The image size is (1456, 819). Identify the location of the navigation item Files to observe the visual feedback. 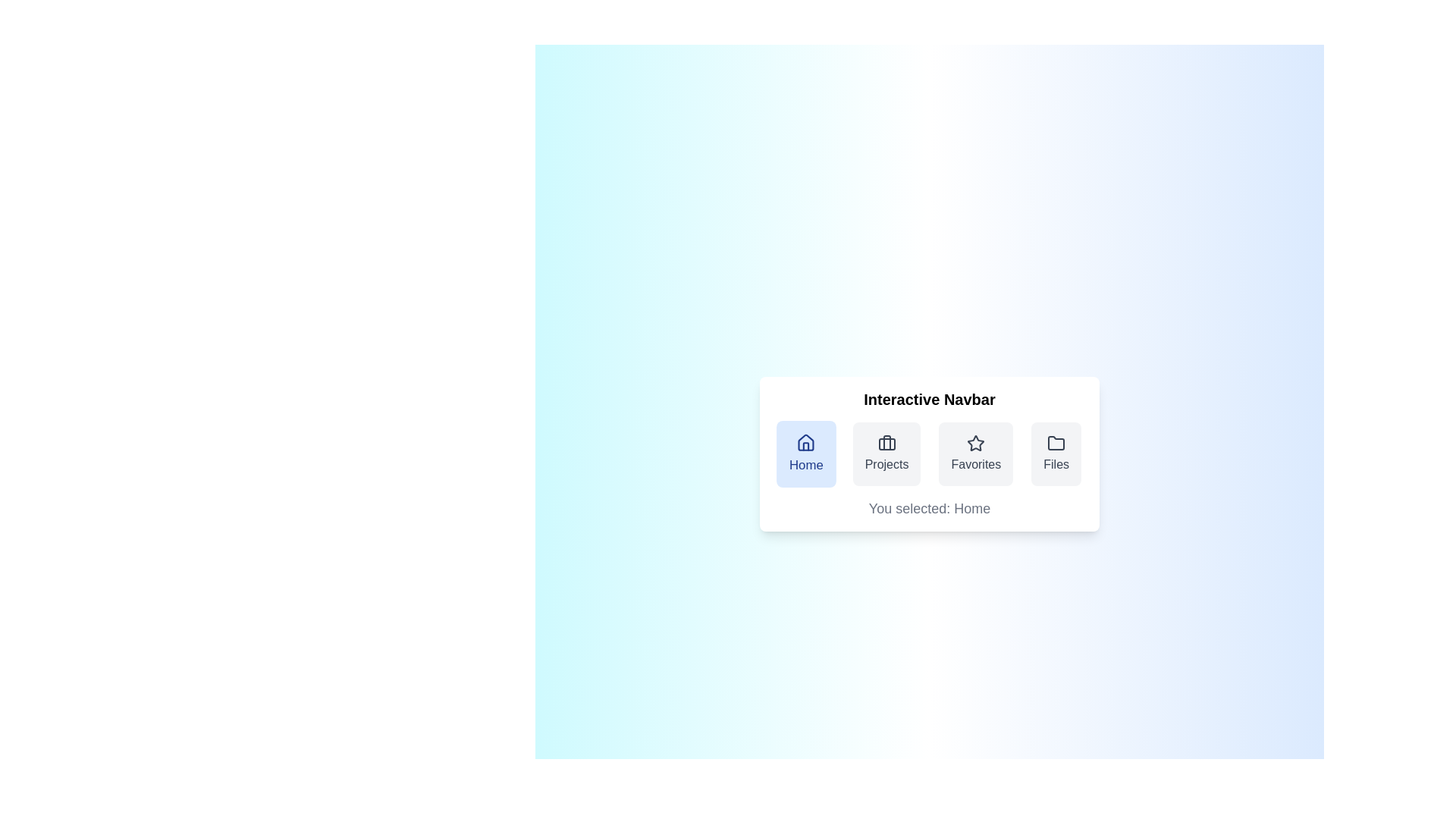
(1056, 453).